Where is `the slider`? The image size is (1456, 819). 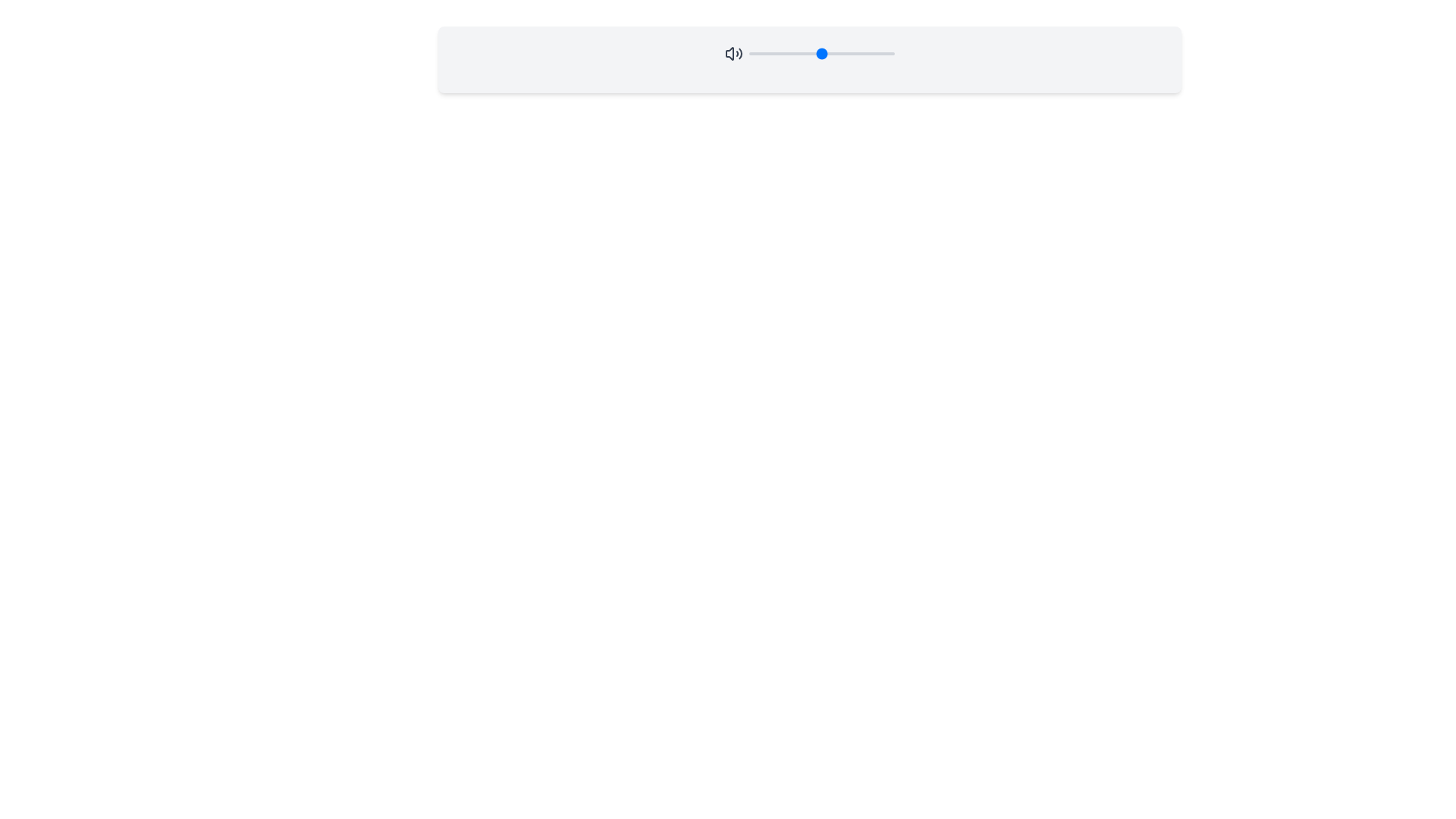 the slider is located at coordinates (886, 52).